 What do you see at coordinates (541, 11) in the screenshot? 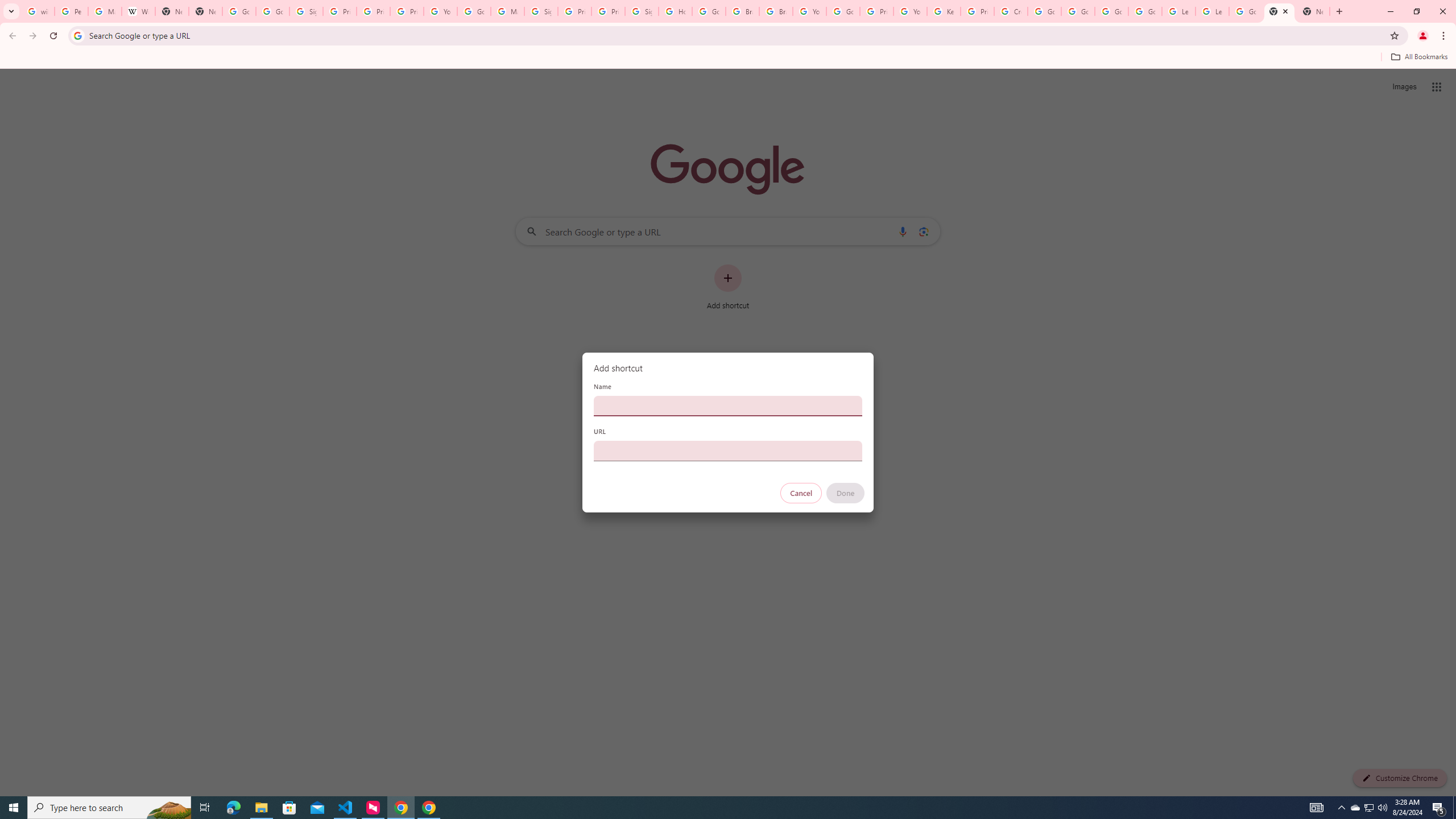
I see `'Sign in - Google Accounts'` at bounding box center [541, 11].